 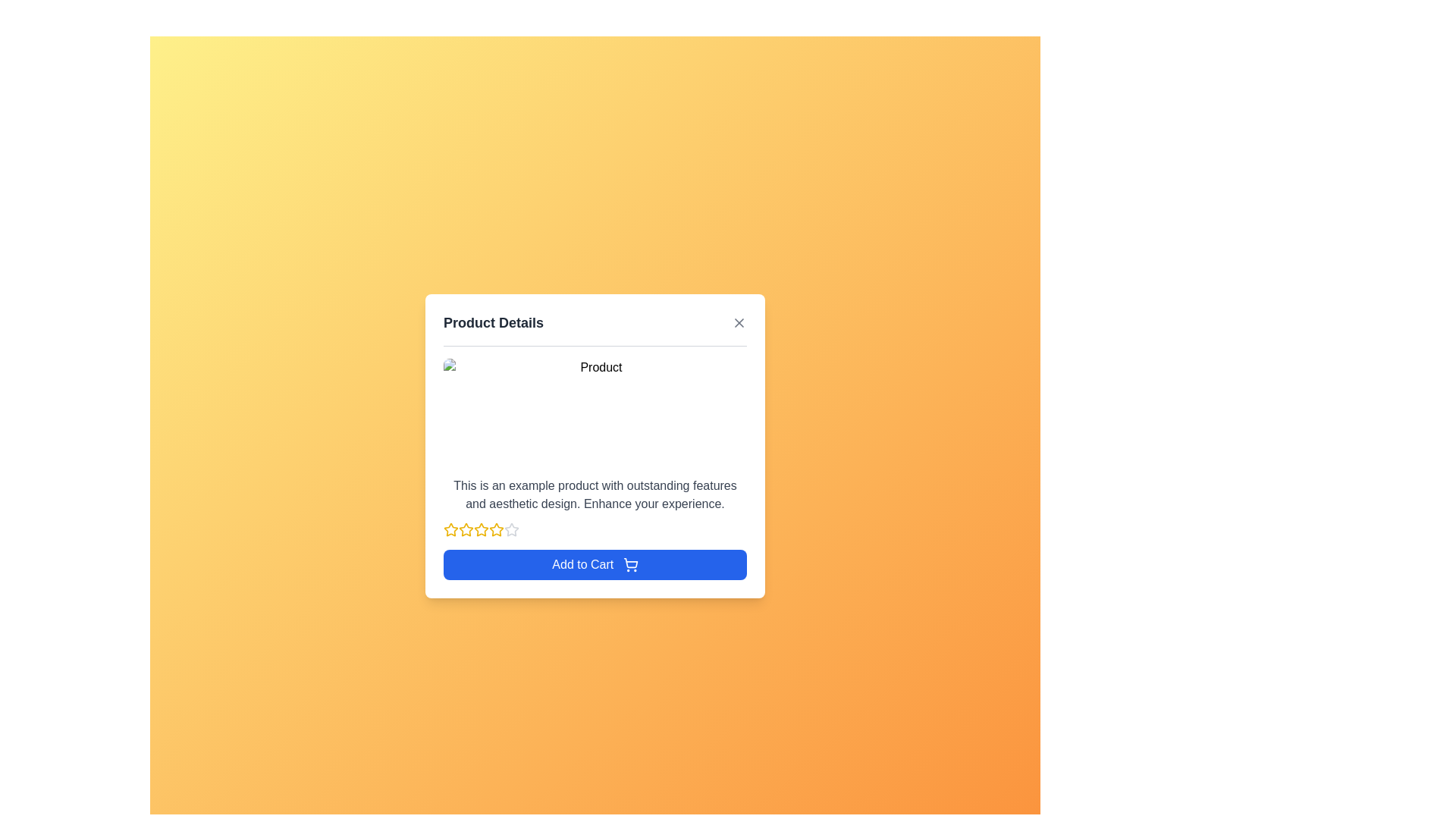 What do you see at coordinates (739, 321) in the screenshot?
I see `the close button located in the top-right corner of the 'Product Details' header to change its color` at bounding box center [739, 321].